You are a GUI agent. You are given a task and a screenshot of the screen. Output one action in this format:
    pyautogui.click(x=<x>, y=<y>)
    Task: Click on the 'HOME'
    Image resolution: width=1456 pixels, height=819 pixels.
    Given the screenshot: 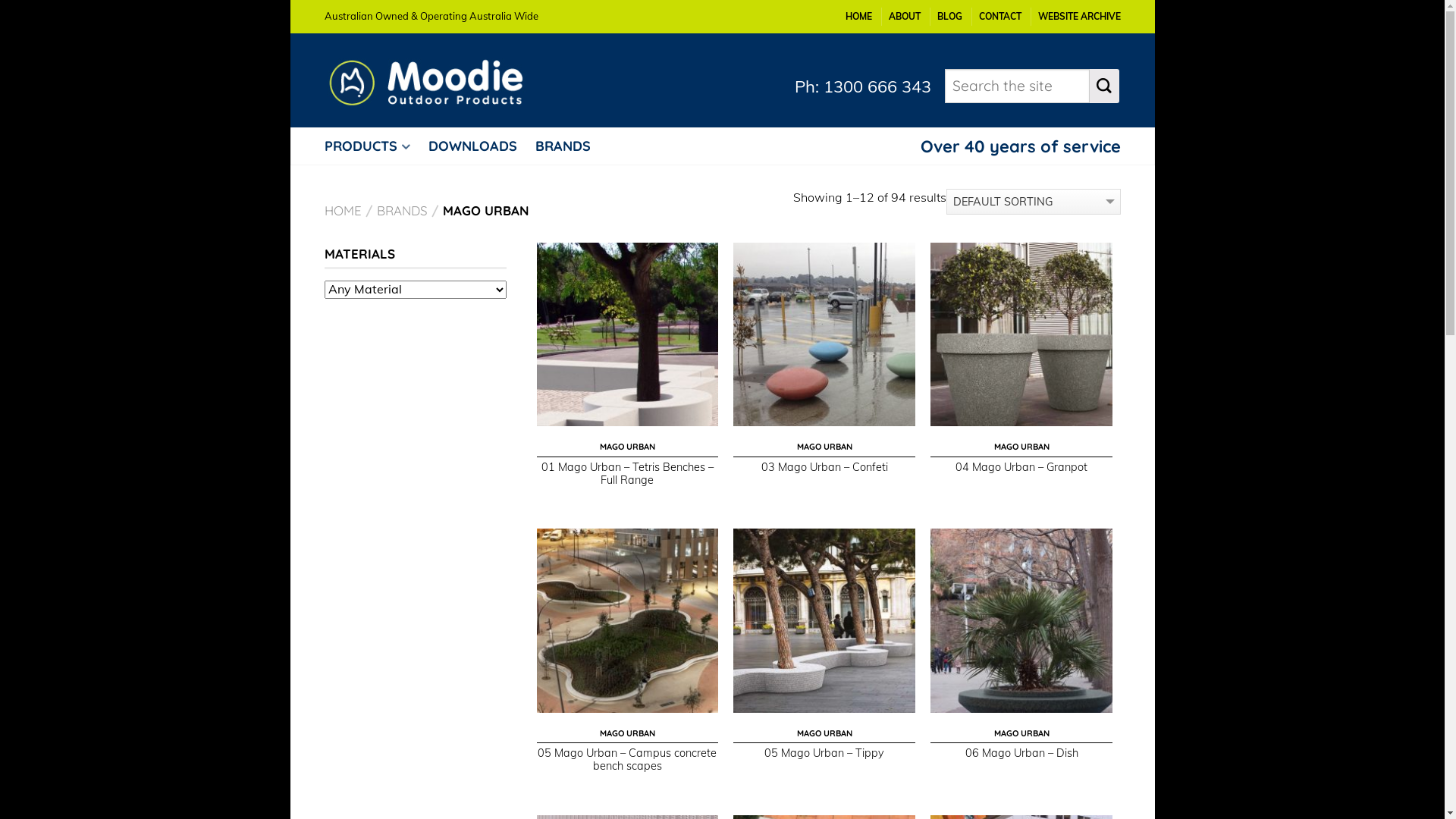 What is the action you would take?
    pyautogui.click(x=323, y=210)
    